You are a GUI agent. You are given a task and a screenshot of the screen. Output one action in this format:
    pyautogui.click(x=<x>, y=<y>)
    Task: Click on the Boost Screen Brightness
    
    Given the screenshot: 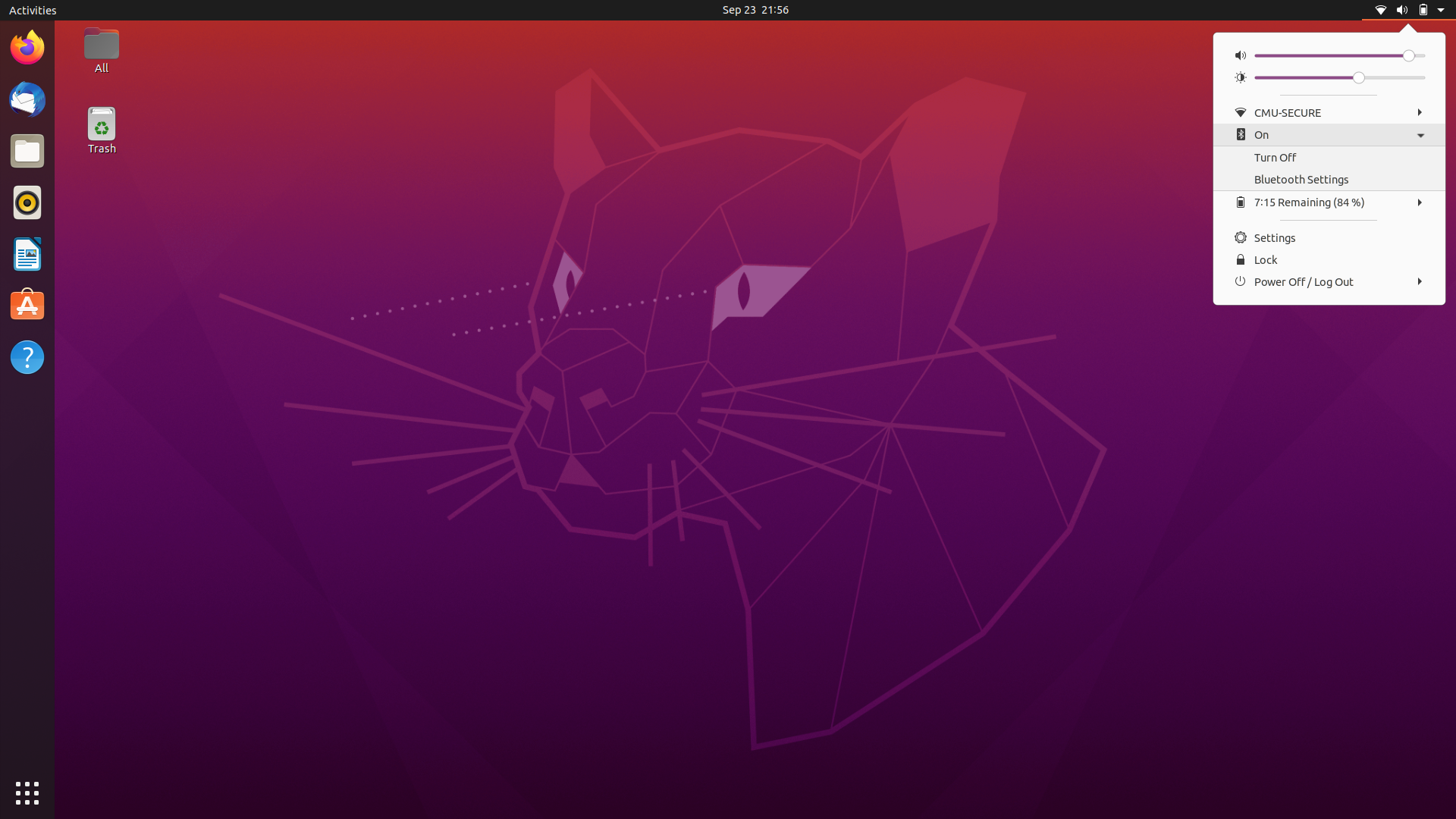 What is the action you would take?
    pyautogui.click(x=1418, y=79)
    